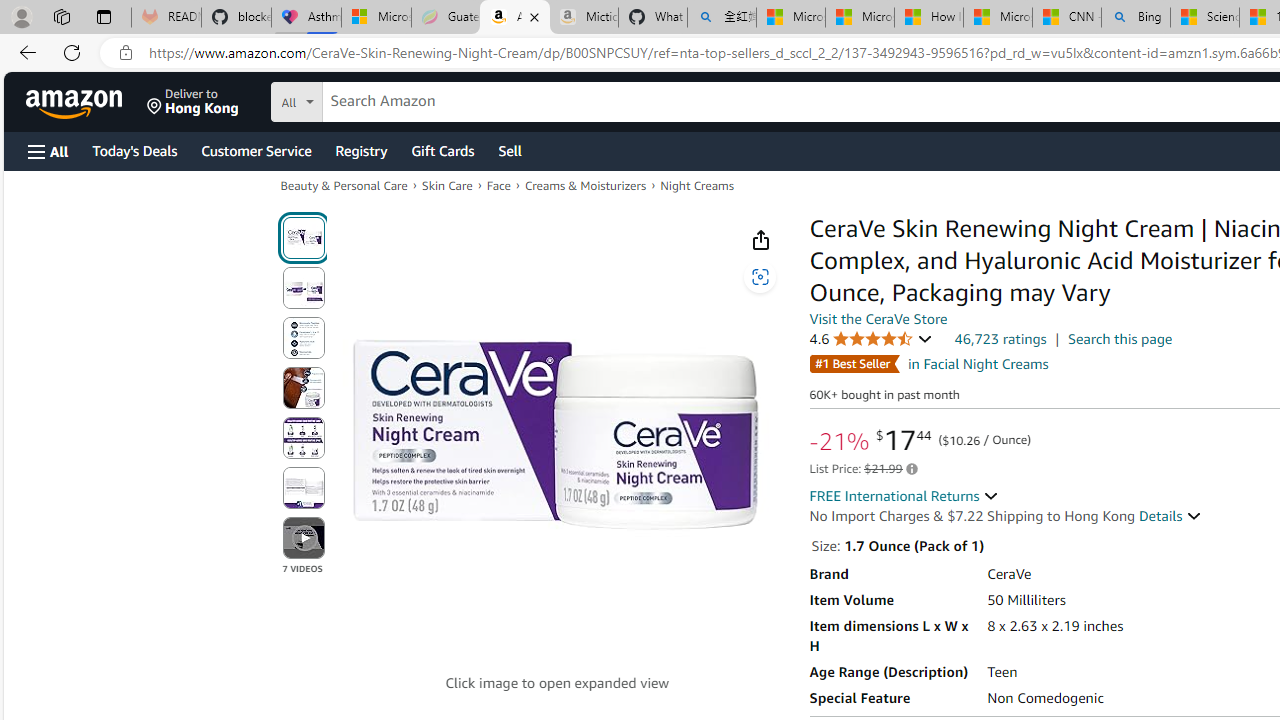 This screenshot has height=720, width=1280. I want to click on 'Details ', so click(1170, 515).